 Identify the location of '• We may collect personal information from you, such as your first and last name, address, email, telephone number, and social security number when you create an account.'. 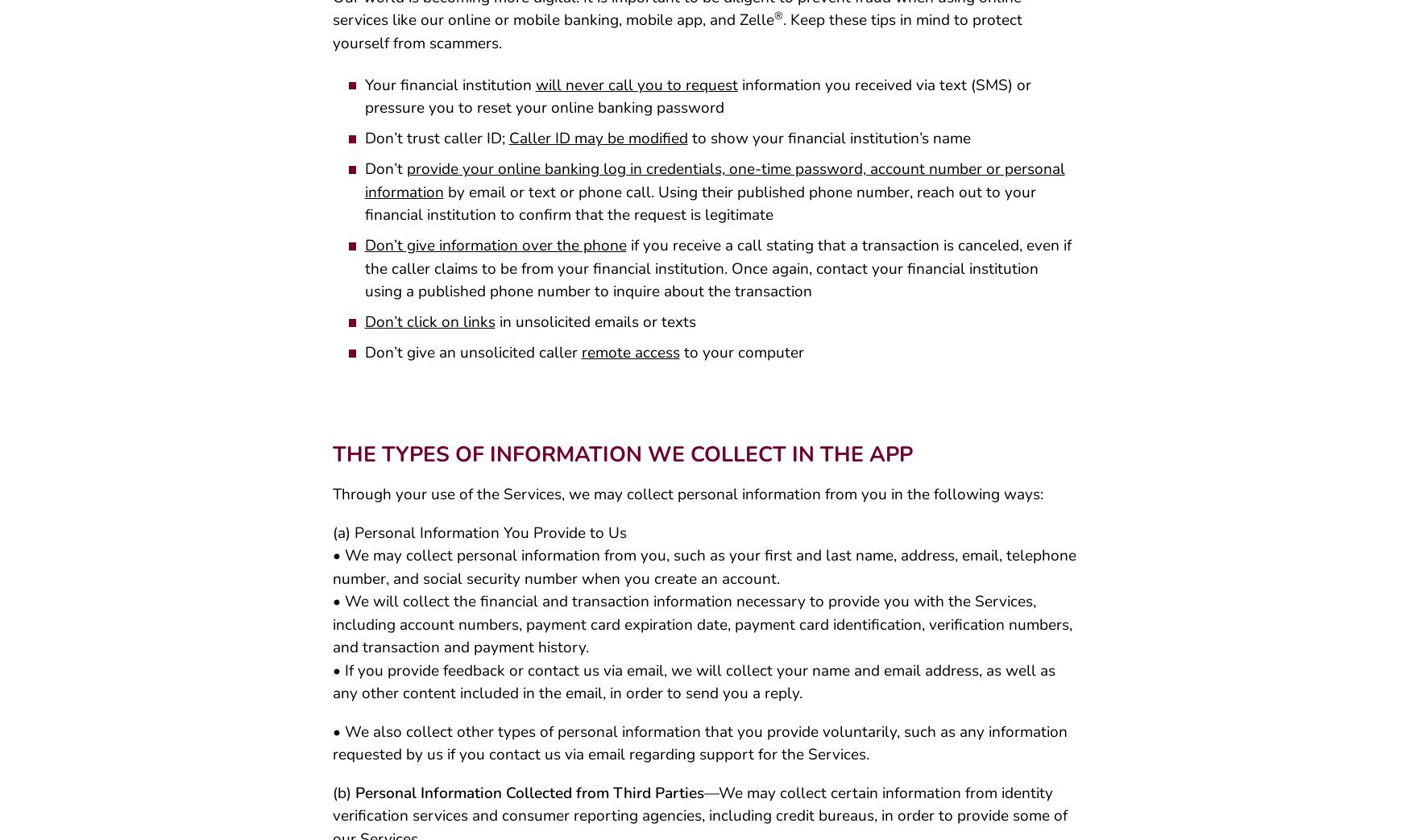
(703, 573).